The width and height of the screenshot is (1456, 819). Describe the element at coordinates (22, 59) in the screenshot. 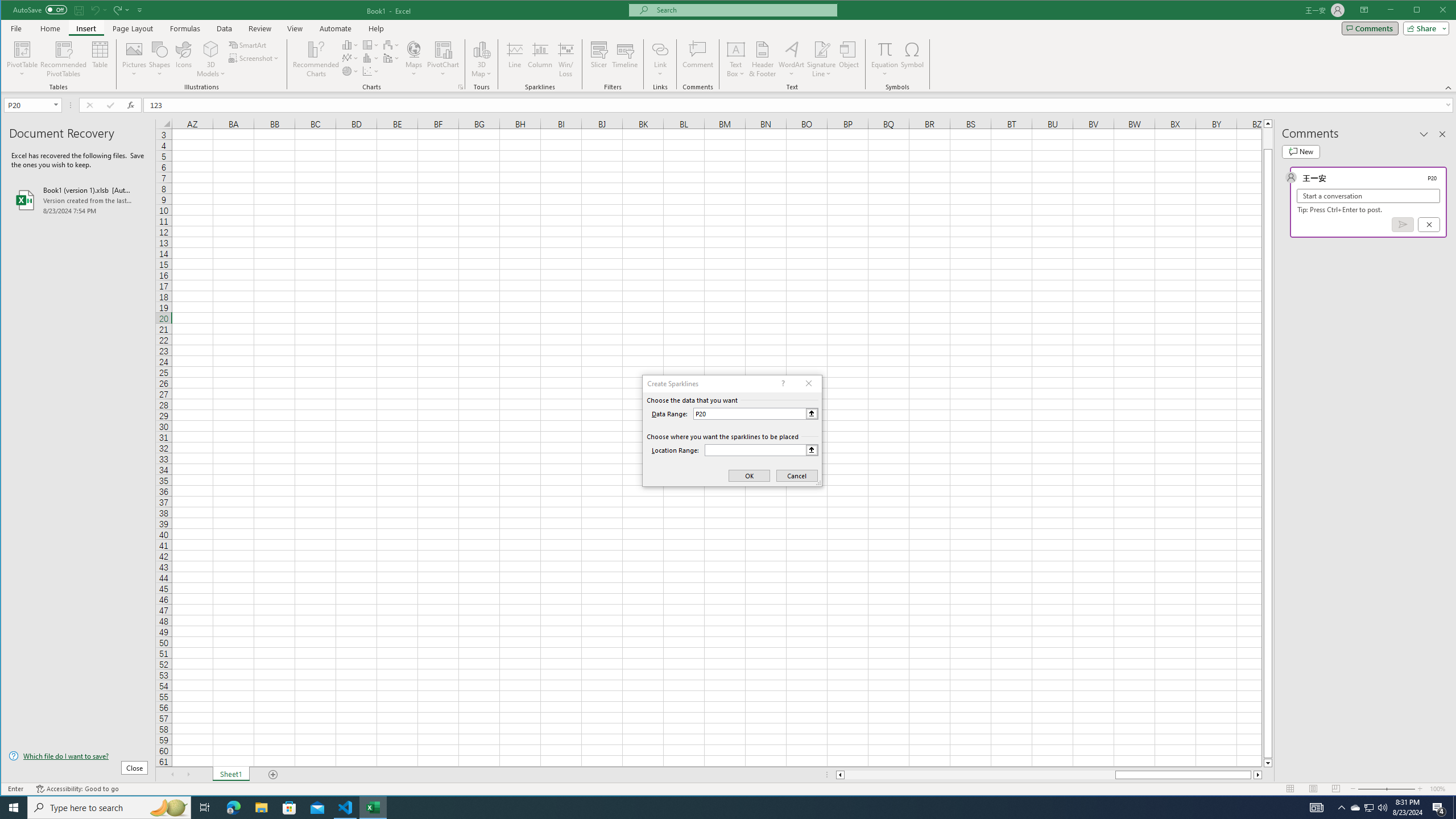

I see `'PivotTable'` at that location.